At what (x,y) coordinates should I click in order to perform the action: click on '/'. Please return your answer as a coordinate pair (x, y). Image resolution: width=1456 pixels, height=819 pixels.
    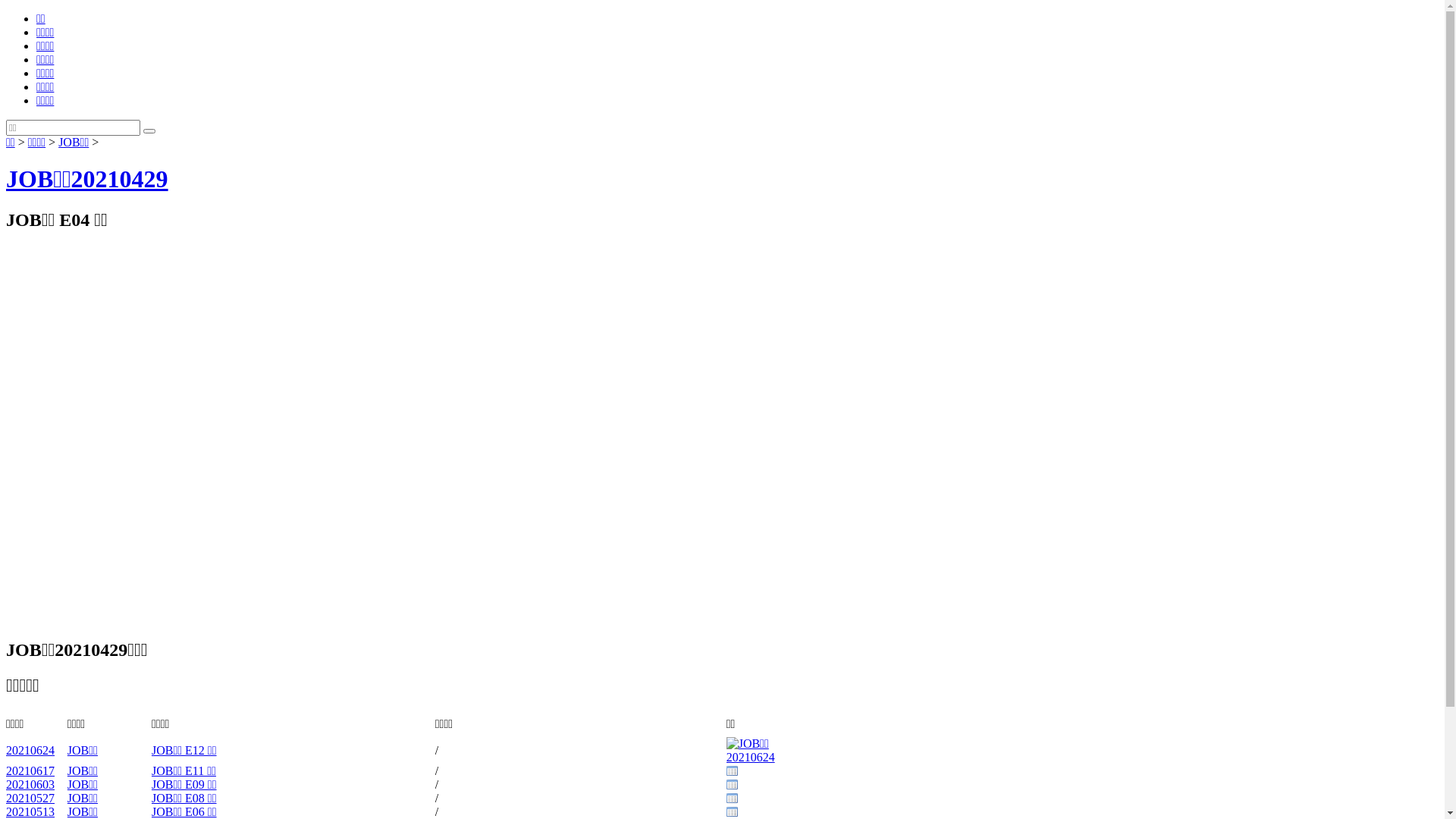
    Looking at the image, I should click on (436, 784).